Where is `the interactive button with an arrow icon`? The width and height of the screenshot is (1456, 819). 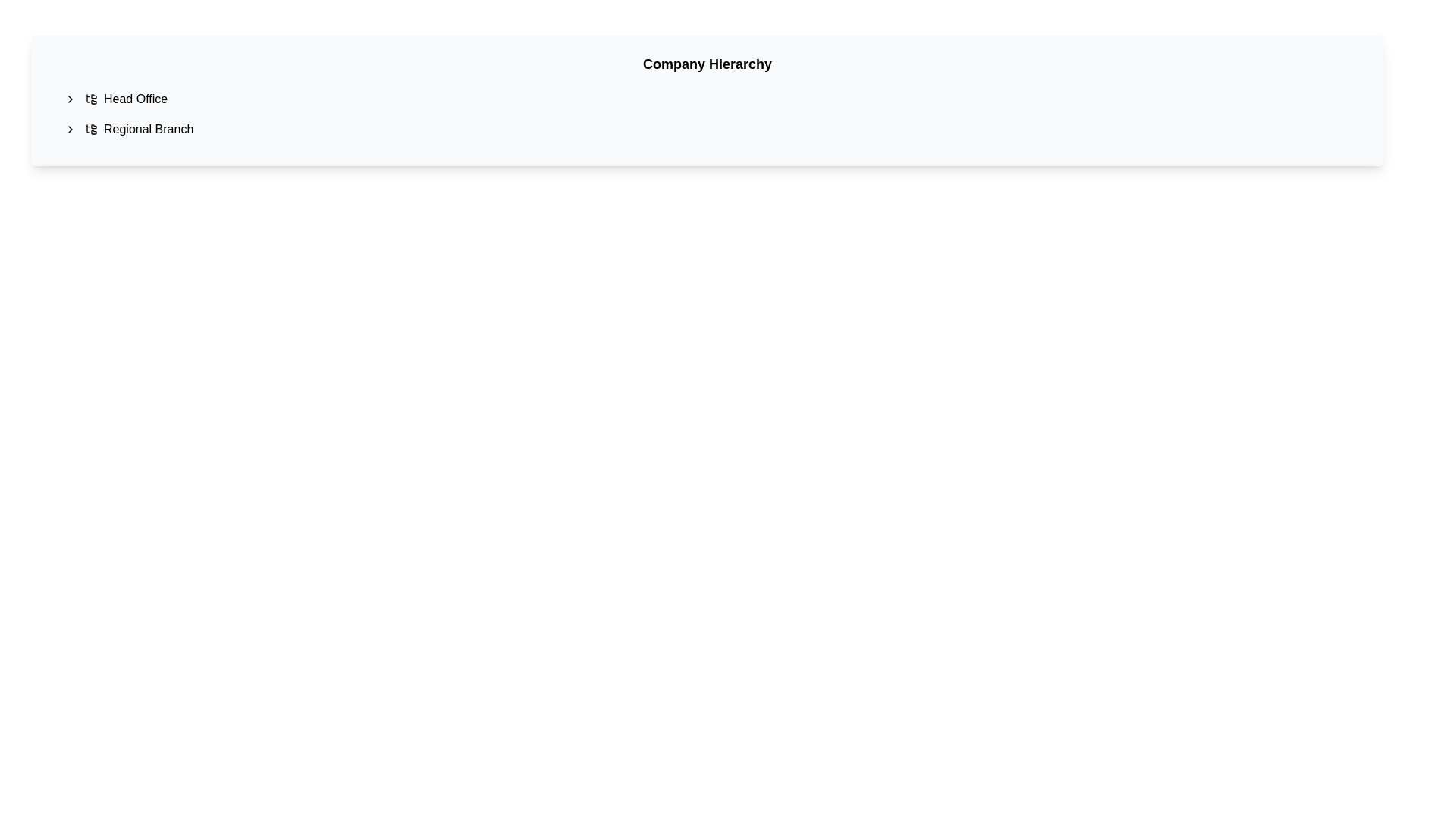 the interactive button with an arrow icon is located at coordinates (69, 99).